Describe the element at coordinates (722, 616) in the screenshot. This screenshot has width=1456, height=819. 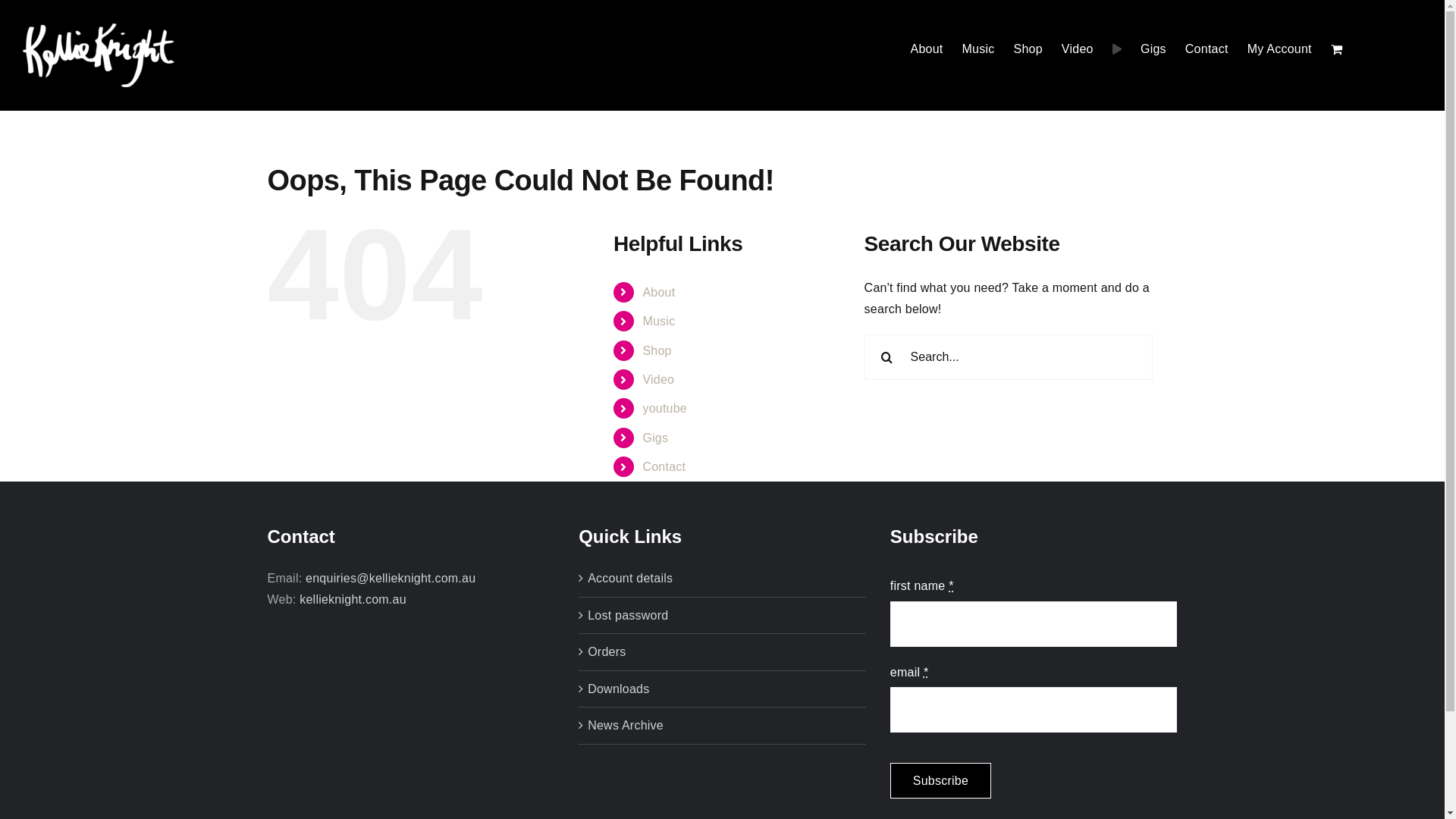
I see `'Lost password'` at that location.